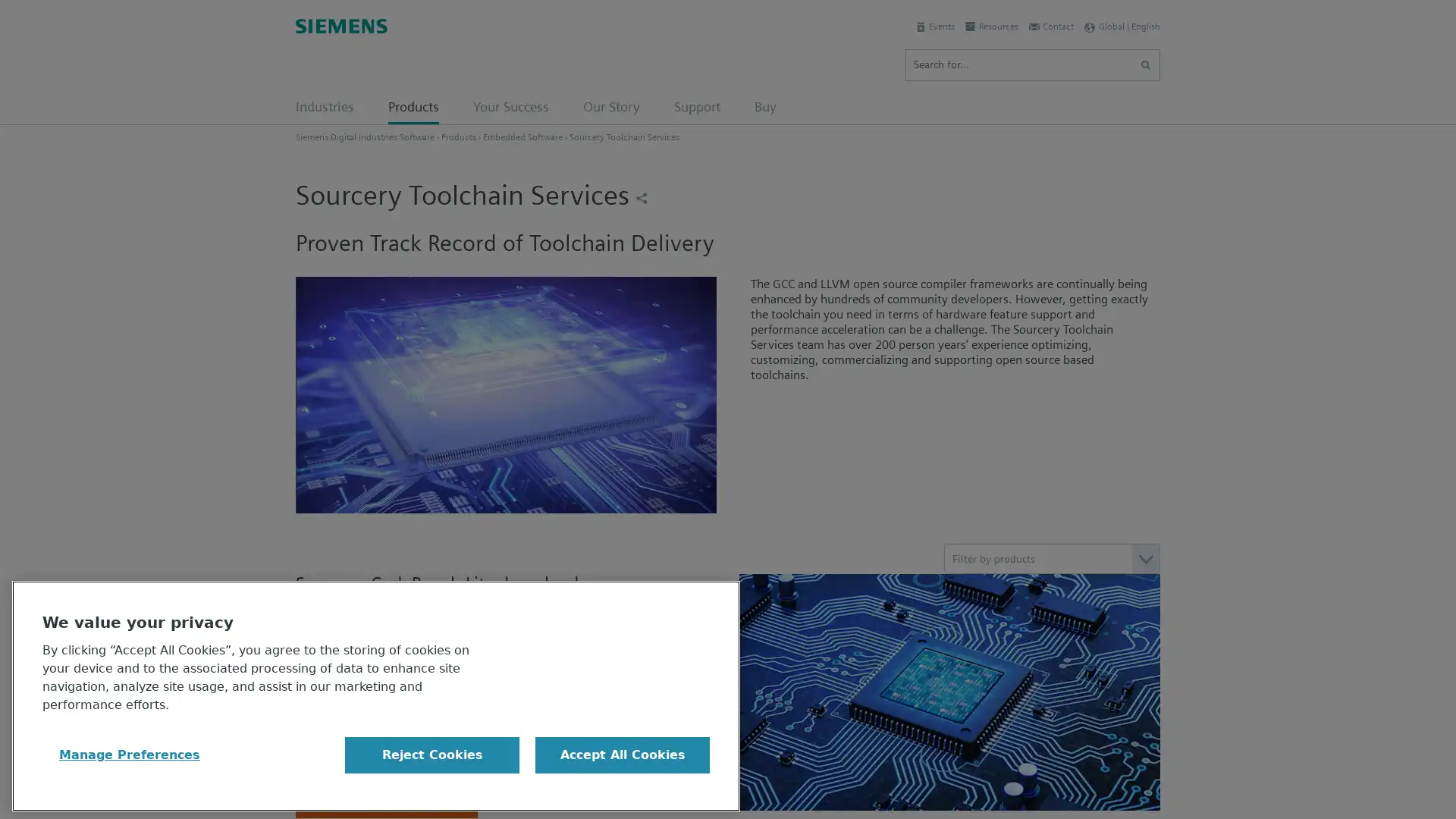  What do you see at coordinates (431, 755) in the screenshot?
I see `Reject Cookies` at bounding box center [431, 755].